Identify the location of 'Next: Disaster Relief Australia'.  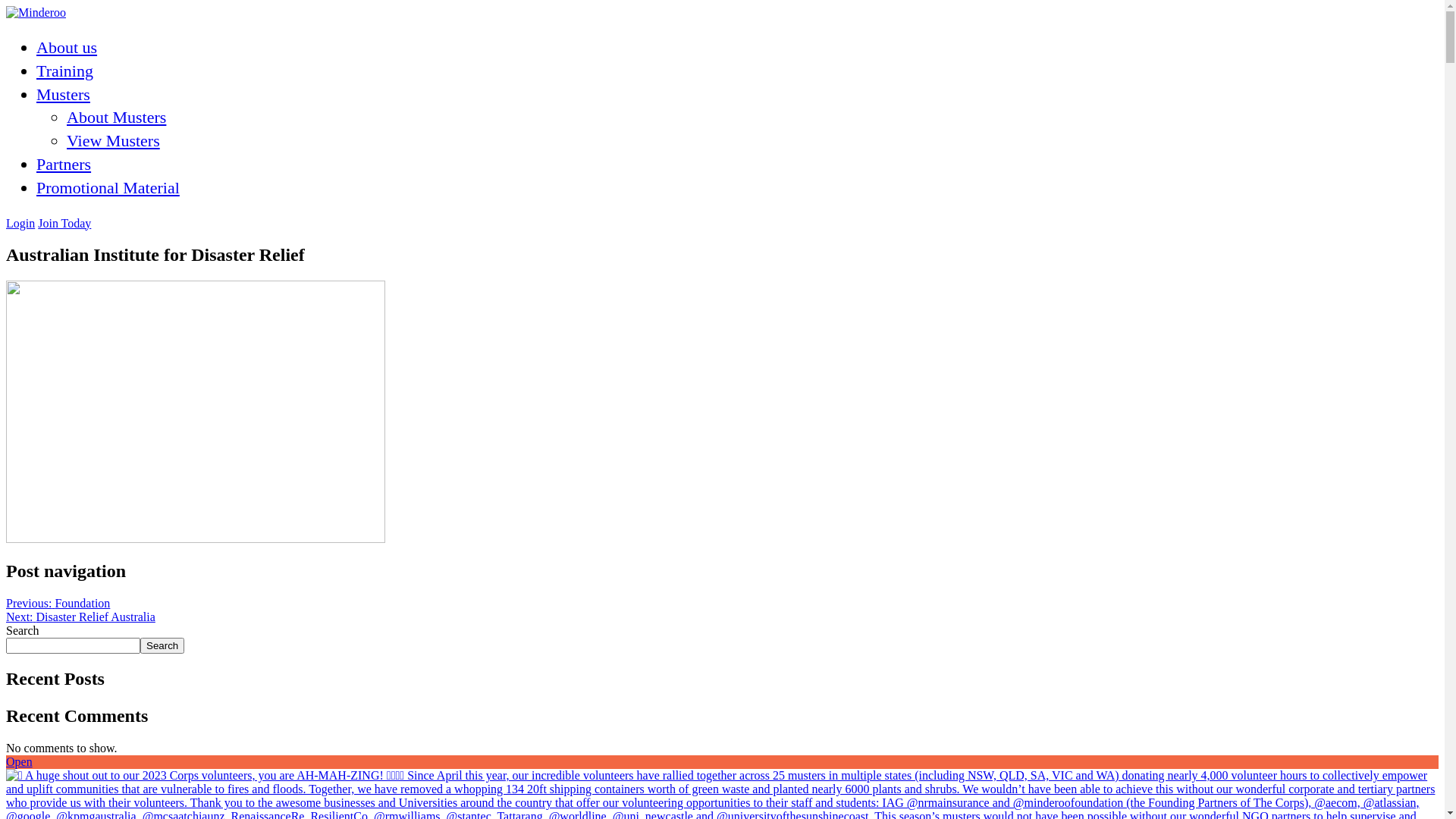
(80, 617).